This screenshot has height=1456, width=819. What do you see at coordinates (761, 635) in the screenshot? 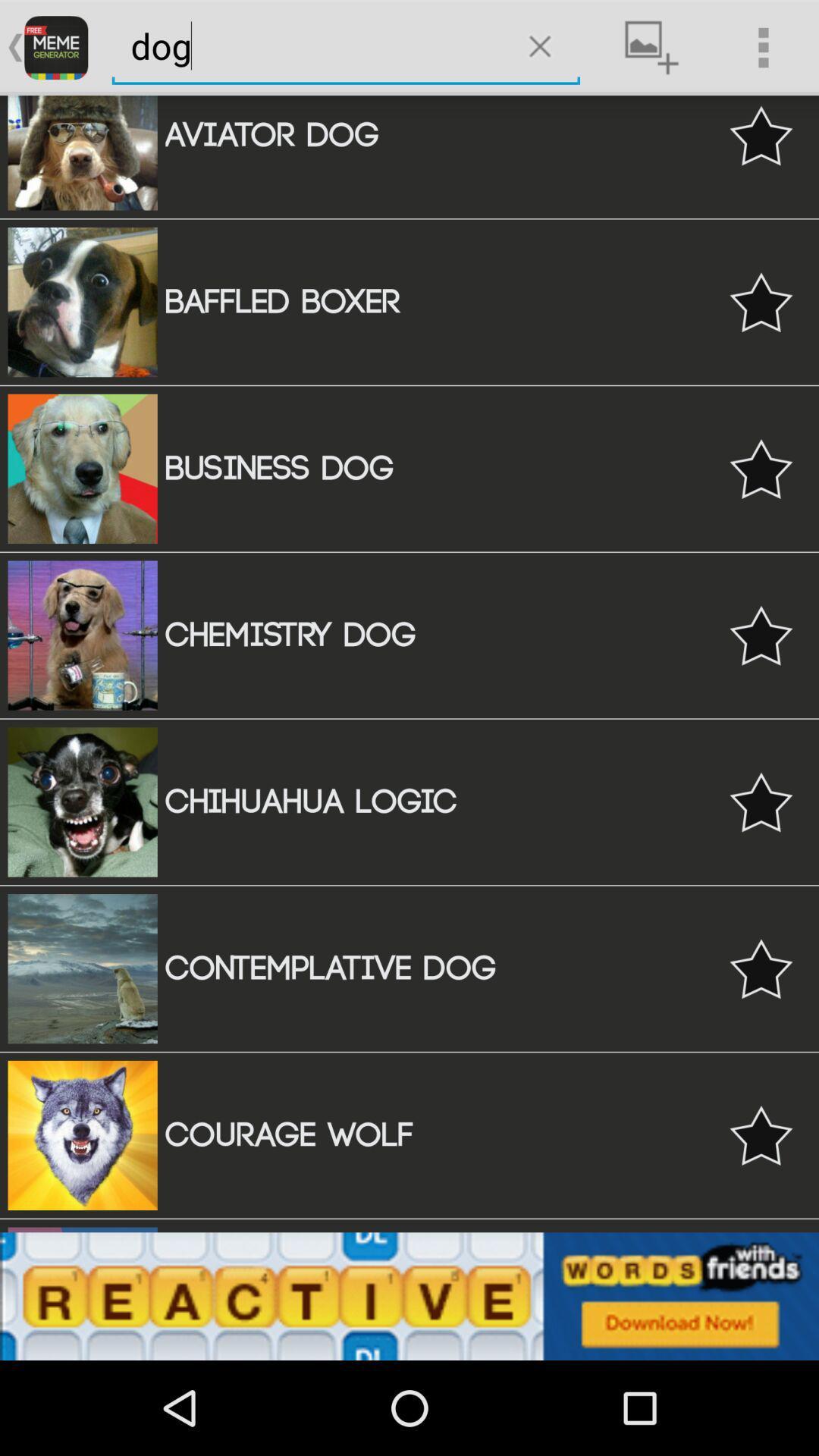
I see `the 4th star icon from the center of the web page` at bounding box center [761, 635].